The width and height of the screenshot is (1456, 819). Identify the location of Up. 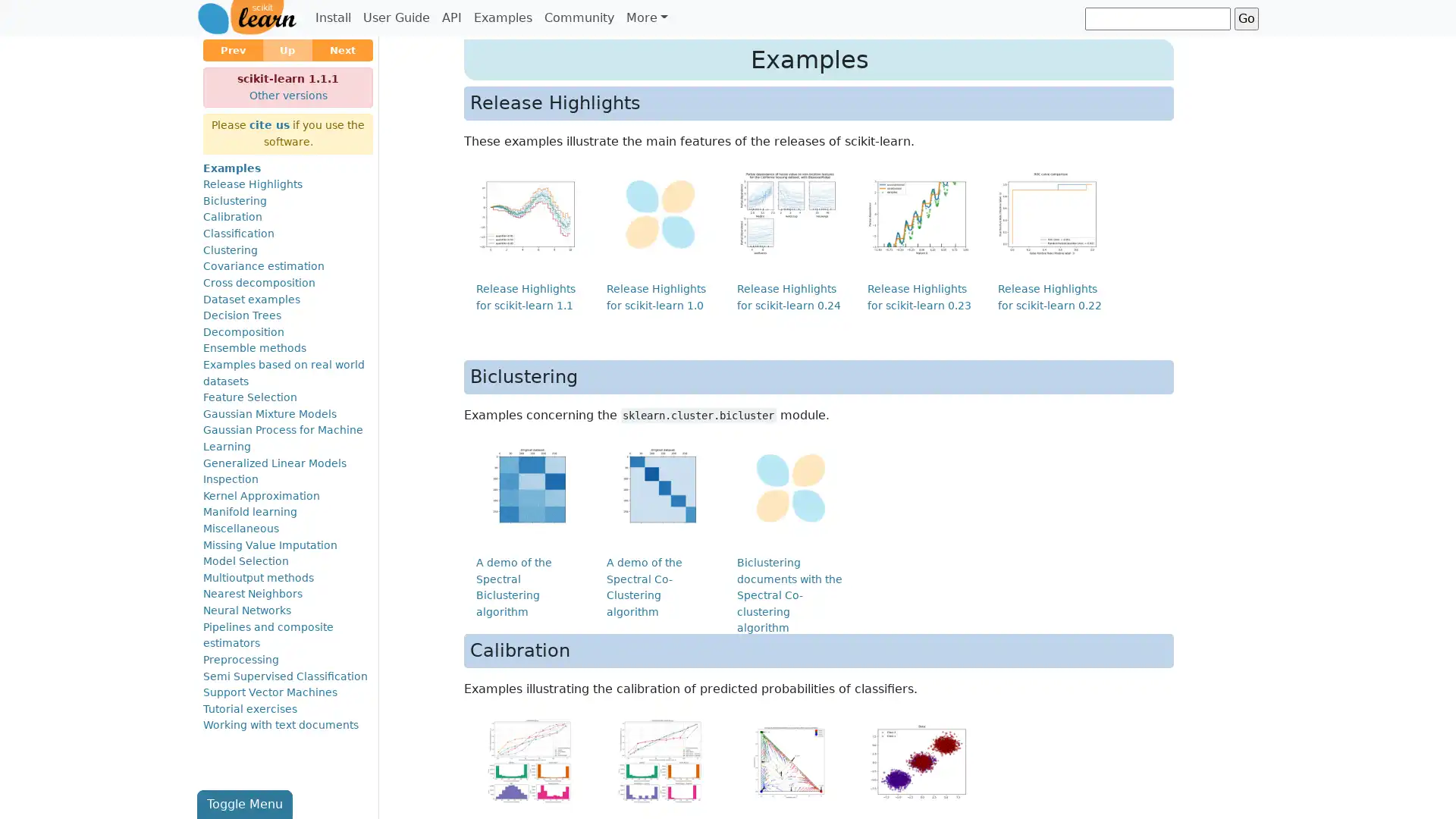
(287, 49).